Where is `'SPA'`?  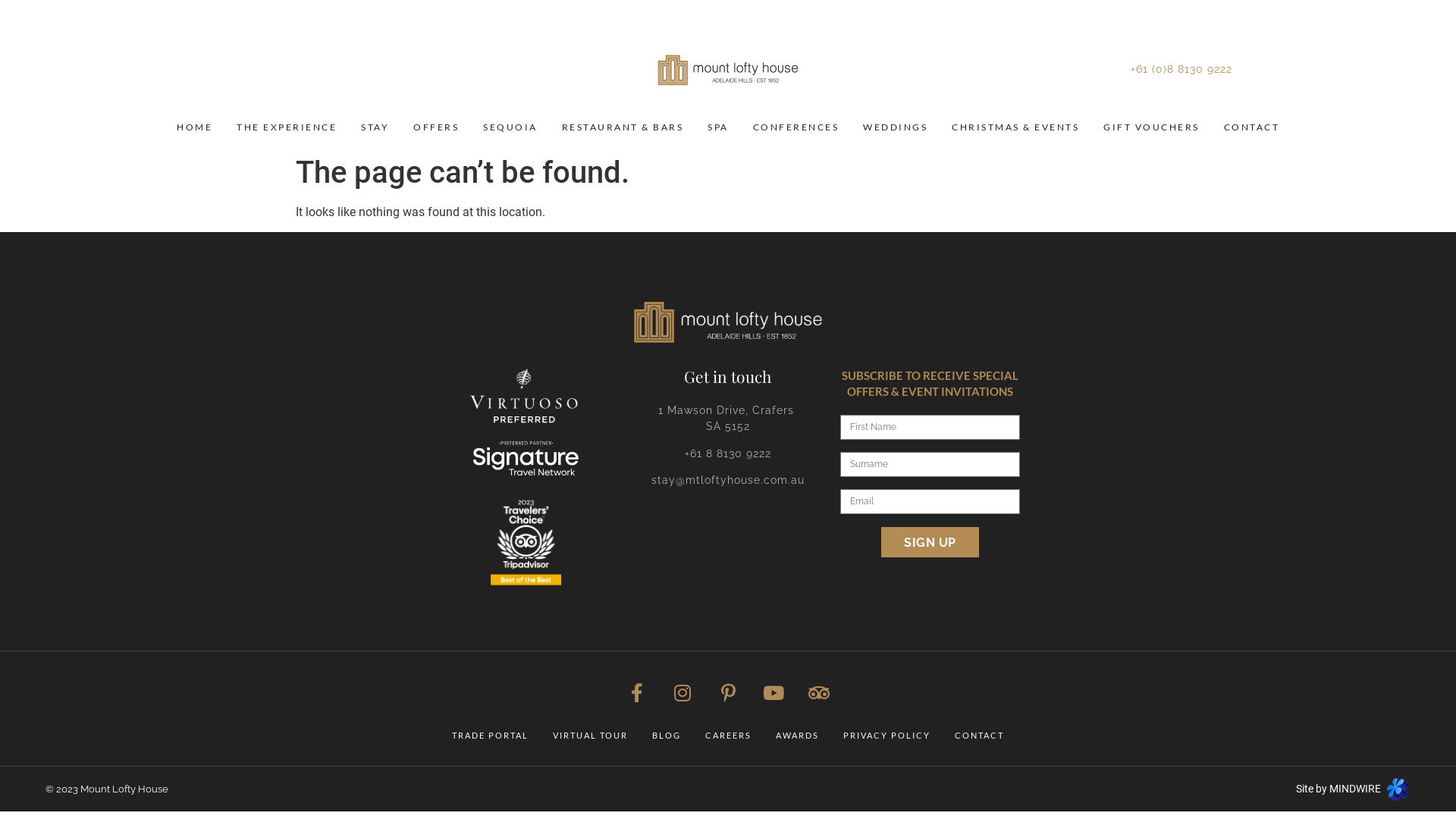 'SPA' is located at coordinates (717, 126).